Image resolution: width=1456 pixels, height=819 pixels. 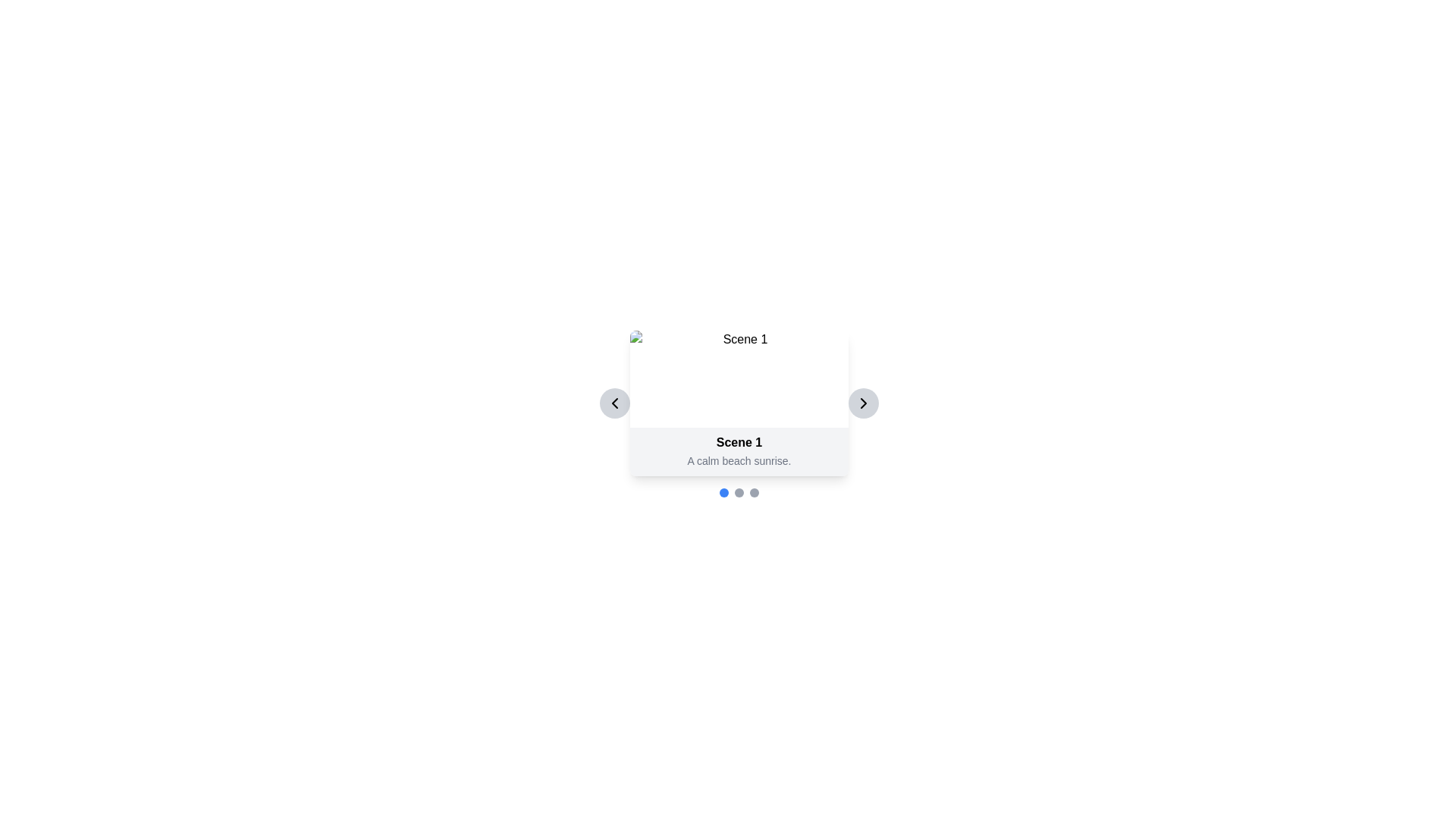 I want to click on the second pagination indicator dot at the bottom center of the content carousel, so click(x=739, y=493).